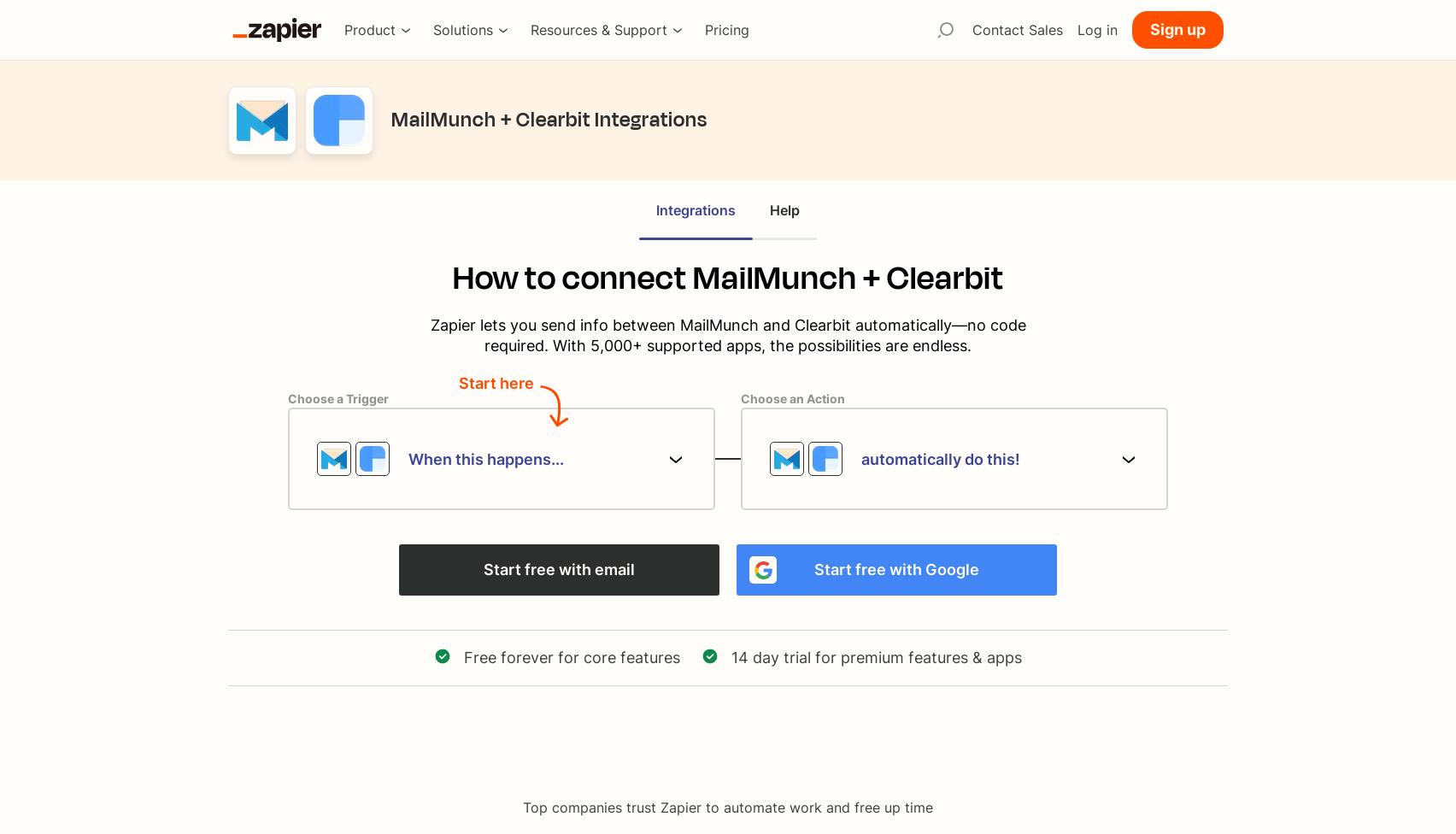 The height and width of the screenshot is (834, 1456). Describe the element at coordinates (726, 278) in the screenshot. I see `'How to connect MailMunch + Clearbit'` at that location.